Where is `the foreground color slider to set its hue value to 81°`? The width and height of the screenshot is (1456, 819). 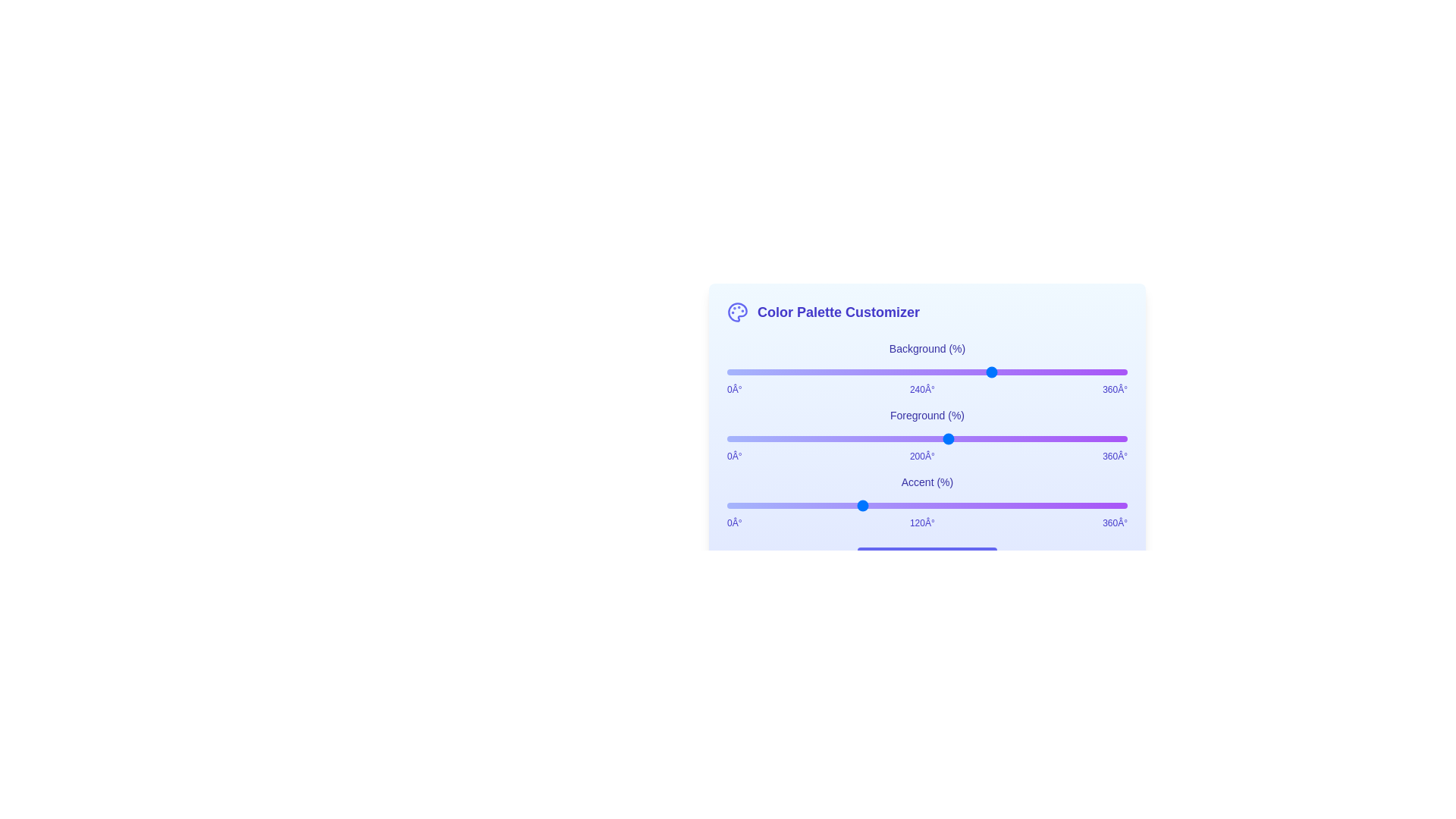 the foreground color slider to set its hue value to 81° is located at coordinates (816, 438).